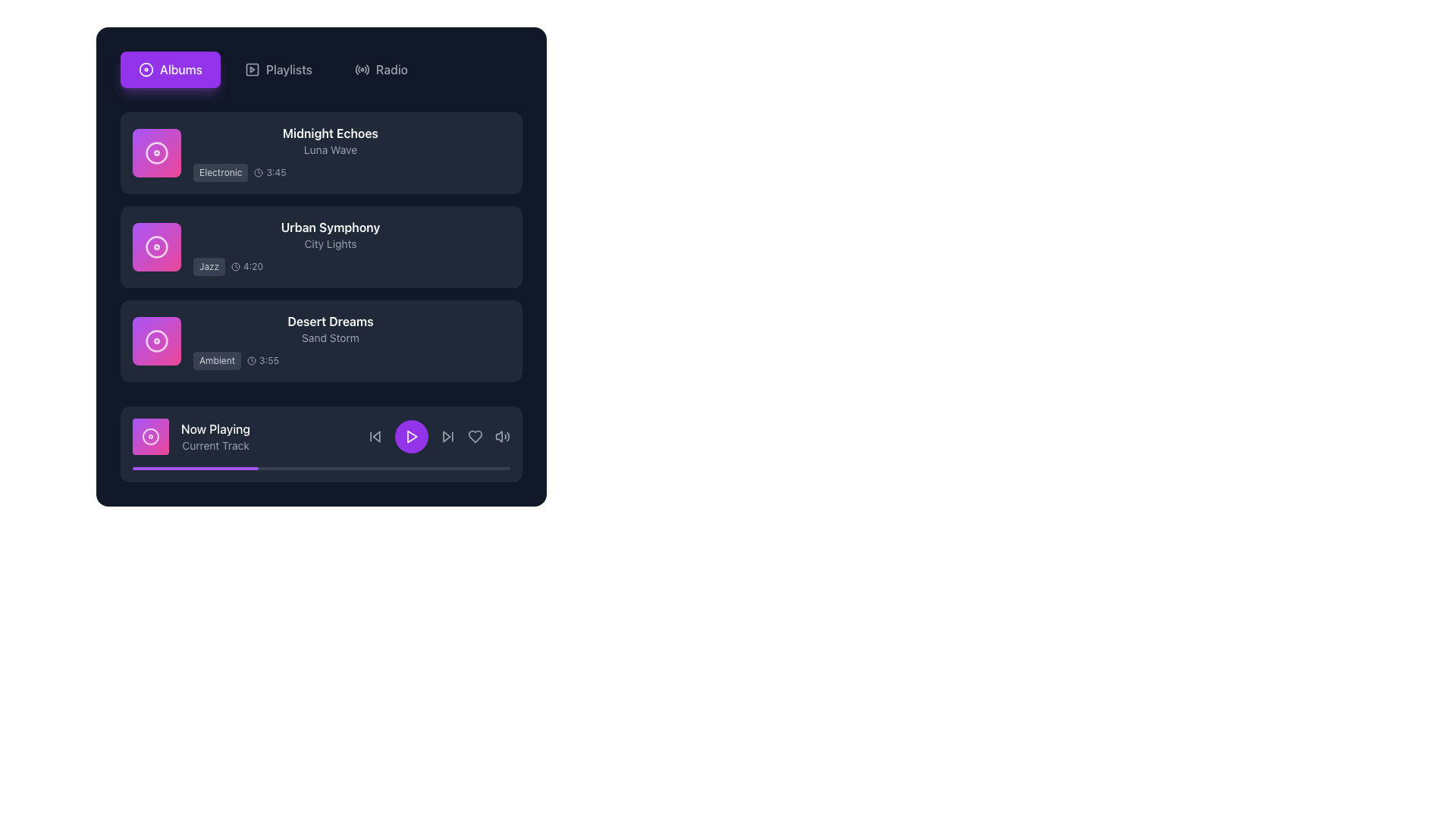 Image resolution: width=1456 pixels, height=819 pixels. What do you see at coordinates (375, 436) in the screenshot?
I see `the skip back button located at the far left of the media control icons in the bottom bar to observe its hover effect` at bounding box center [375, 436].